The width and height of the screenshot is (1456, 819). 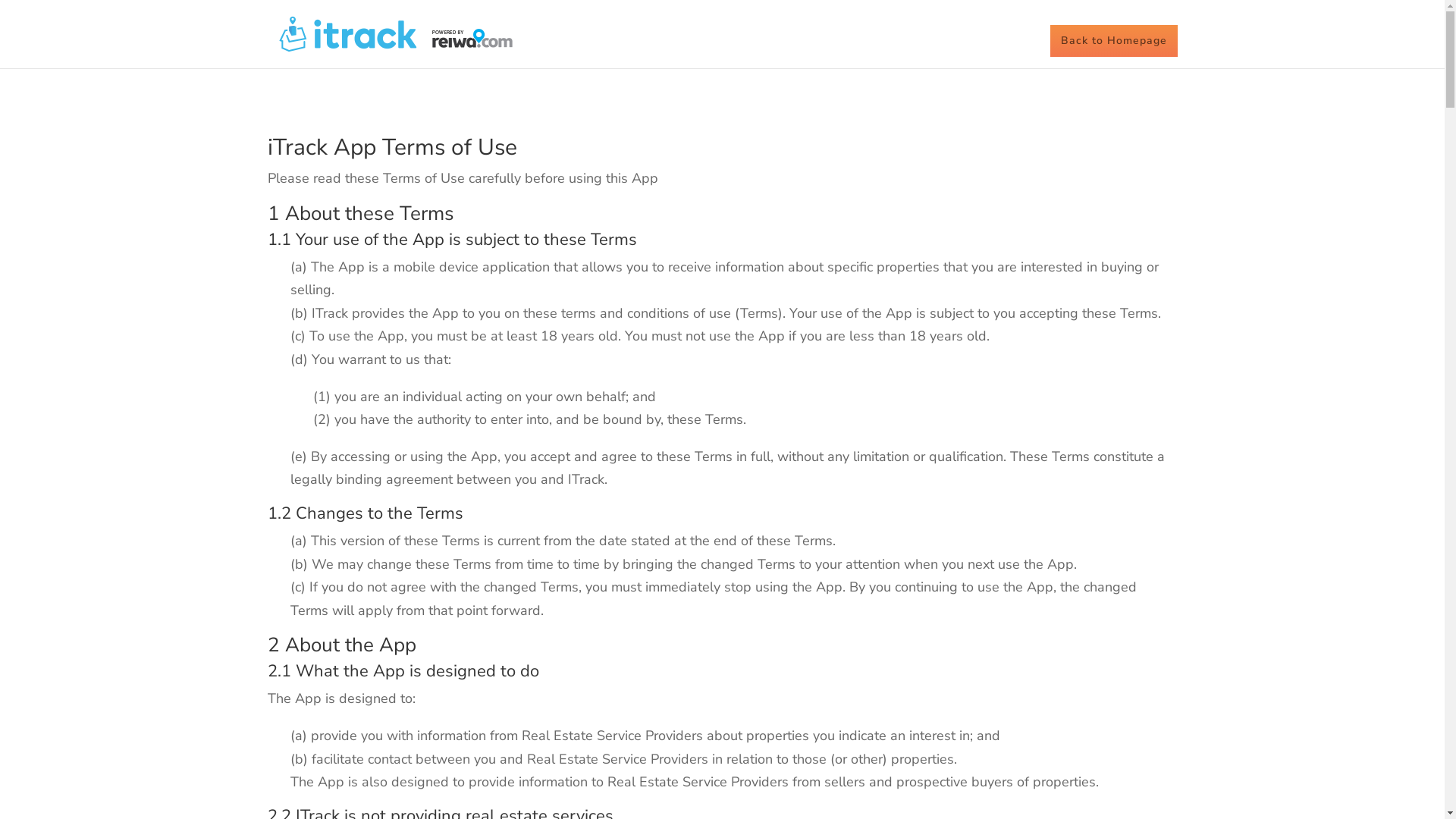 I want to click on 'Back to Homepage', so click(x=1113, y=40).